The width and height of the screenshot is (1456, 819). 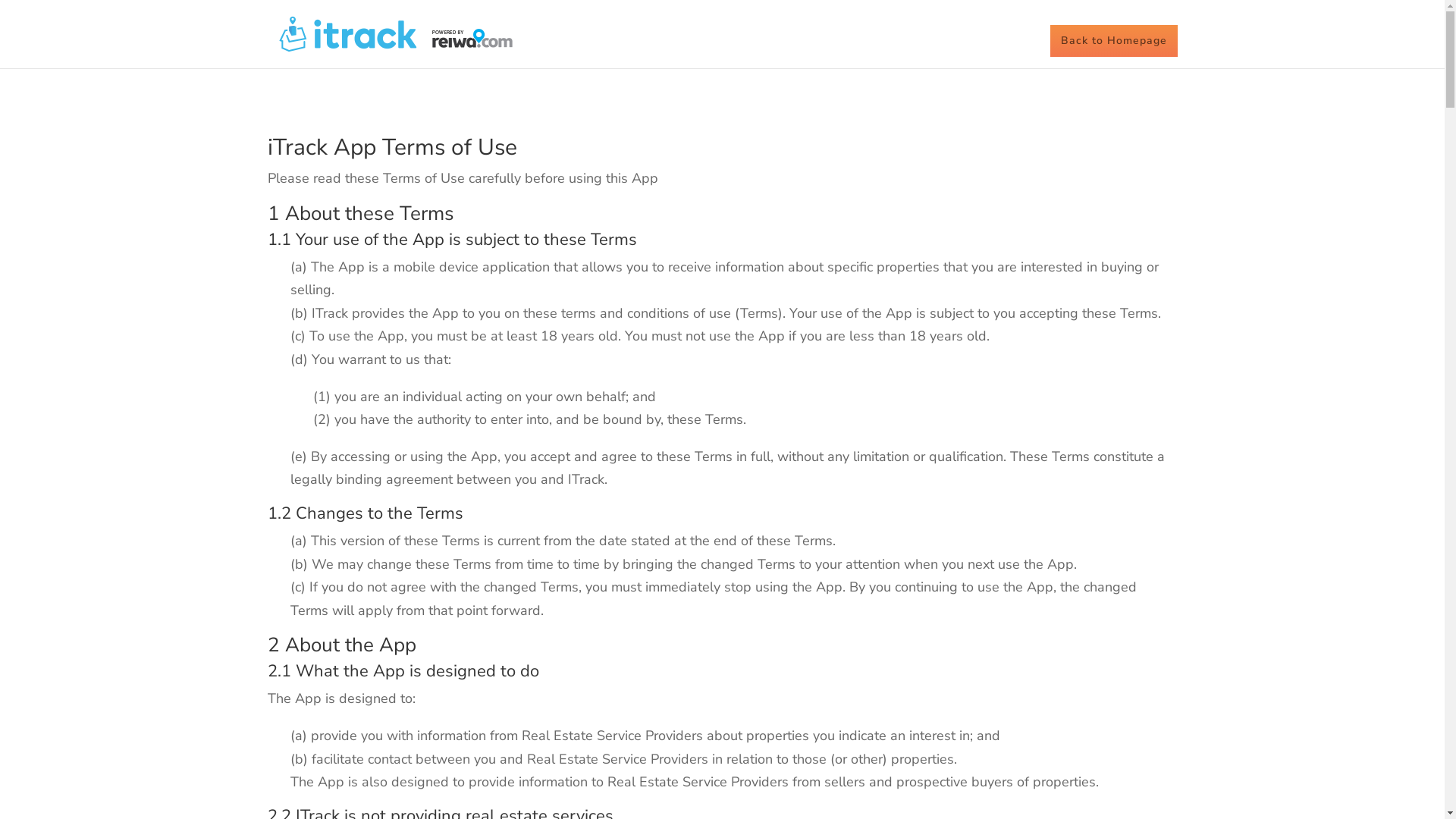 I want to click on 'Back to Homepage', so click(x=1113, y=40).